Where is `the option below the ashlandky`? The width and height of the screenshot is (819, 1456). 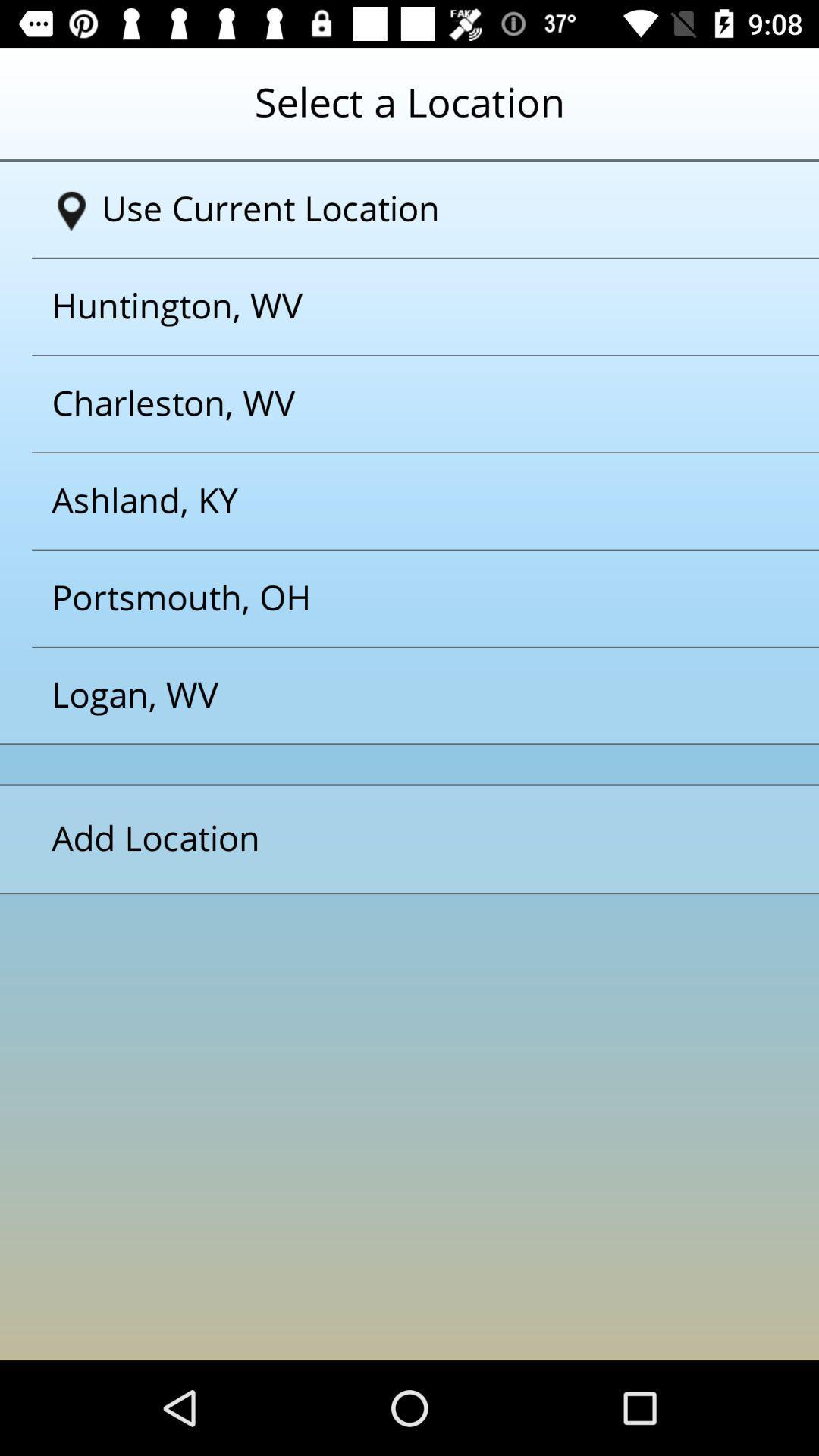 the option below the ashlandky is located at coordinates (390, 598).